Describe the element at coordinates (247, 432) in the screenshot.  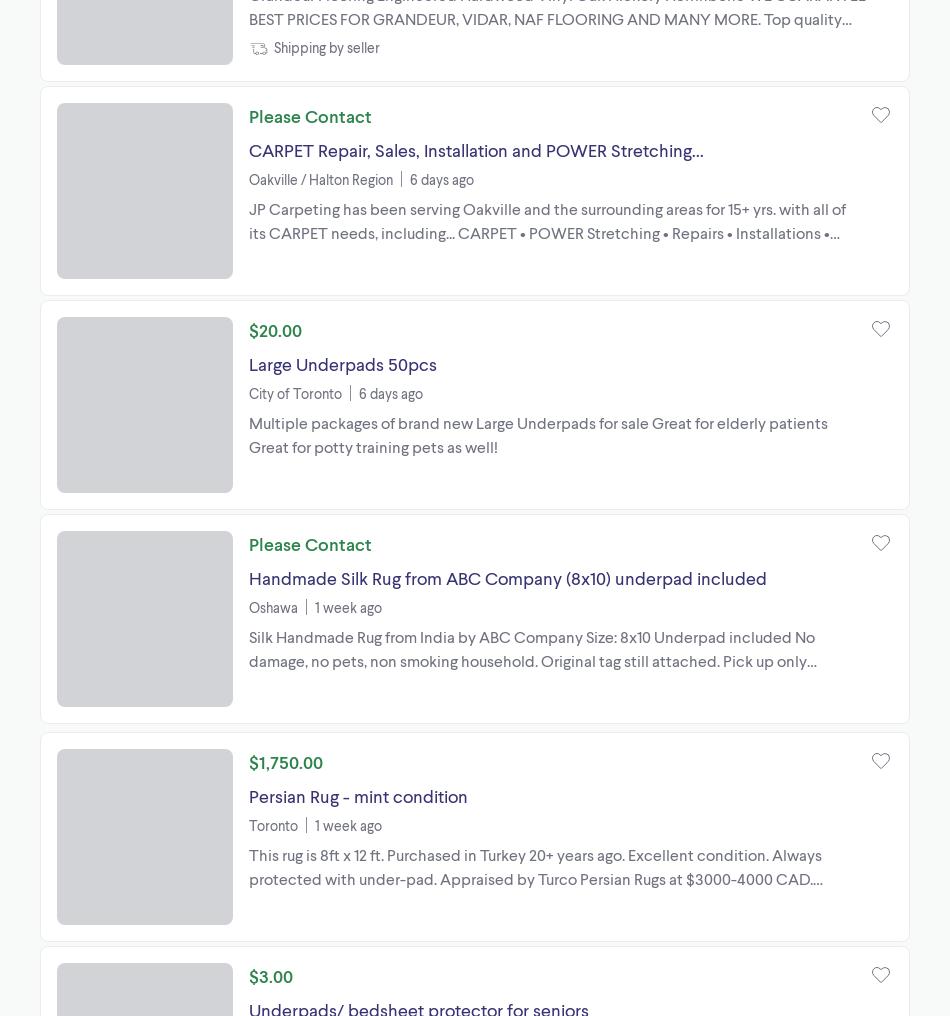
I see `'Multiple packages of brand new Large Underpads for sale Great for elderly patients Great for potty training pets as well!'` at that location.